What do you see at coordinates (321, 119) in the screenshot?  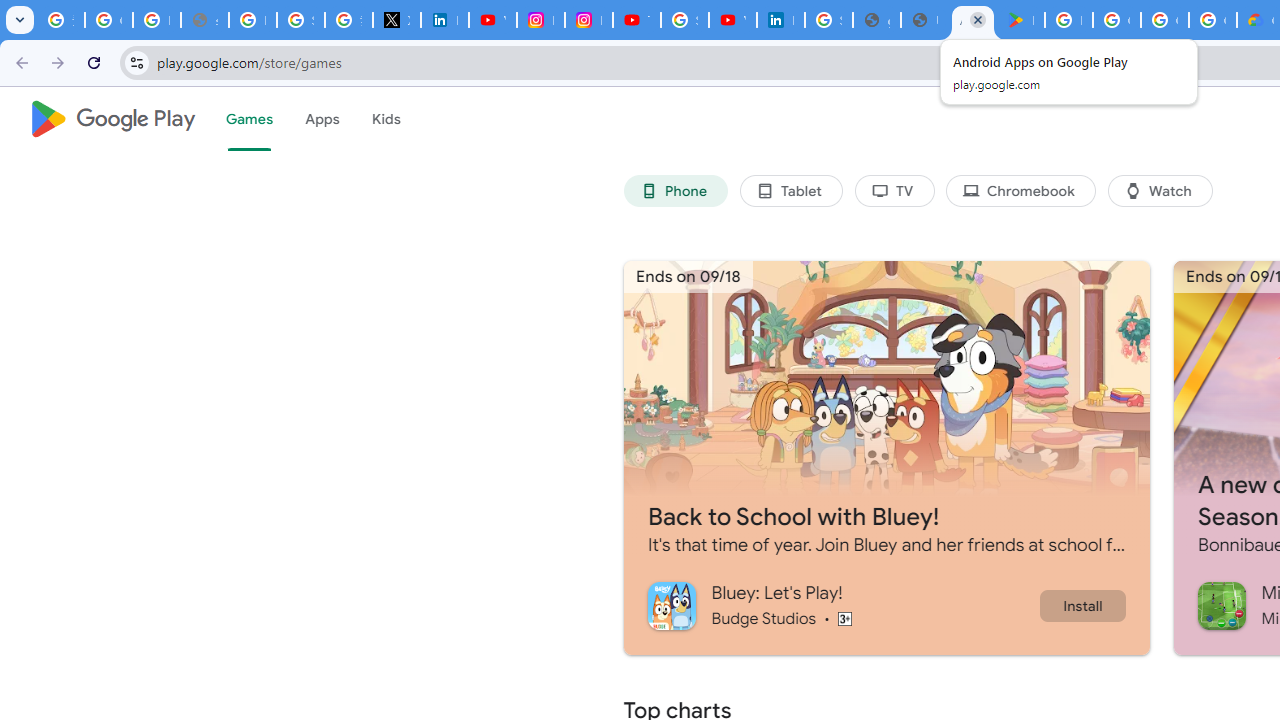 I see `'Apps'` at bounding box center [321, 119].